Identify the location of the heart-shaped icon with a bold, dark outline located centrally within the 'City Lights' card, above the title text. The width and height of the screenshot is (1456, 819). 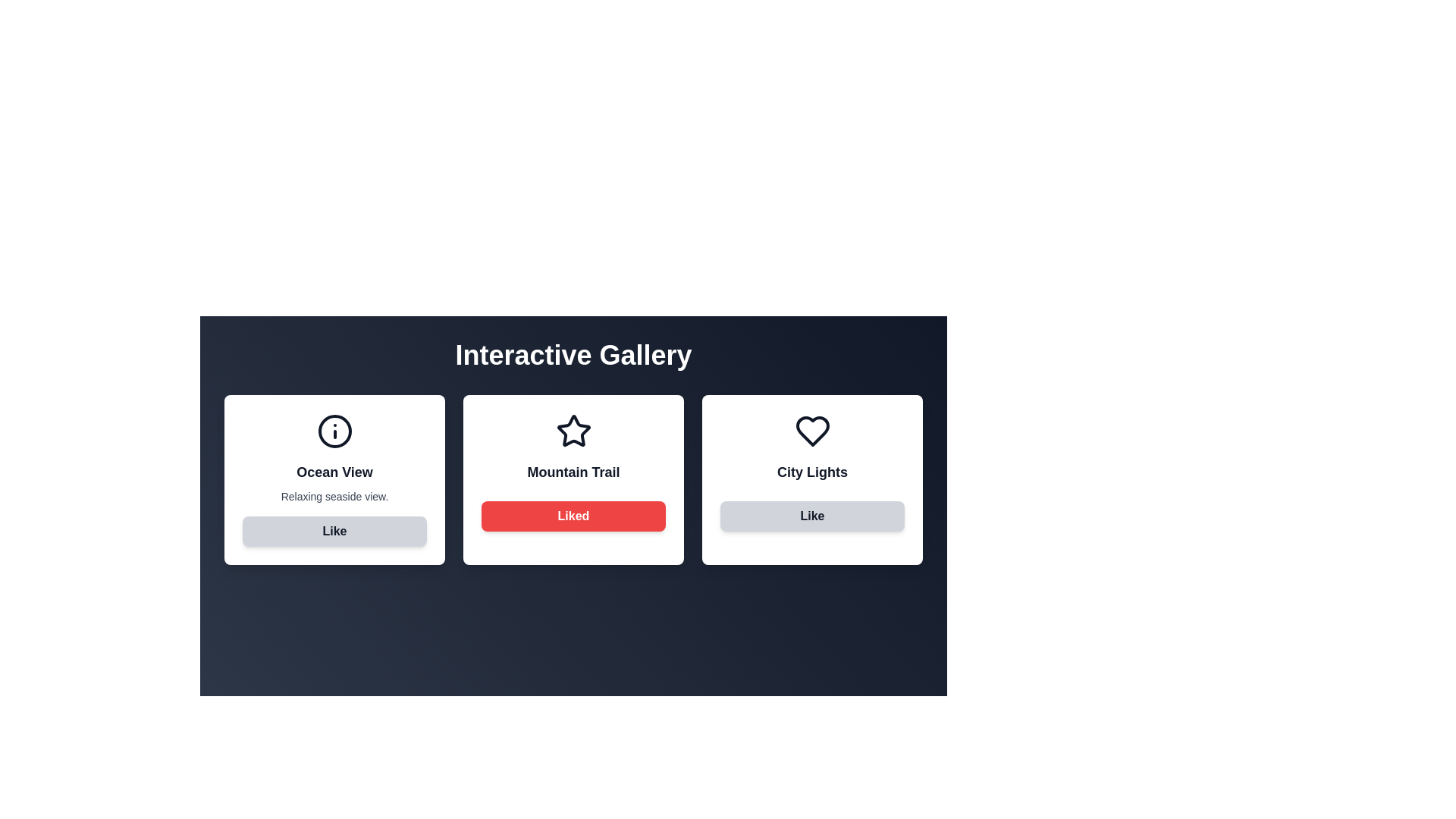
(811, 431).